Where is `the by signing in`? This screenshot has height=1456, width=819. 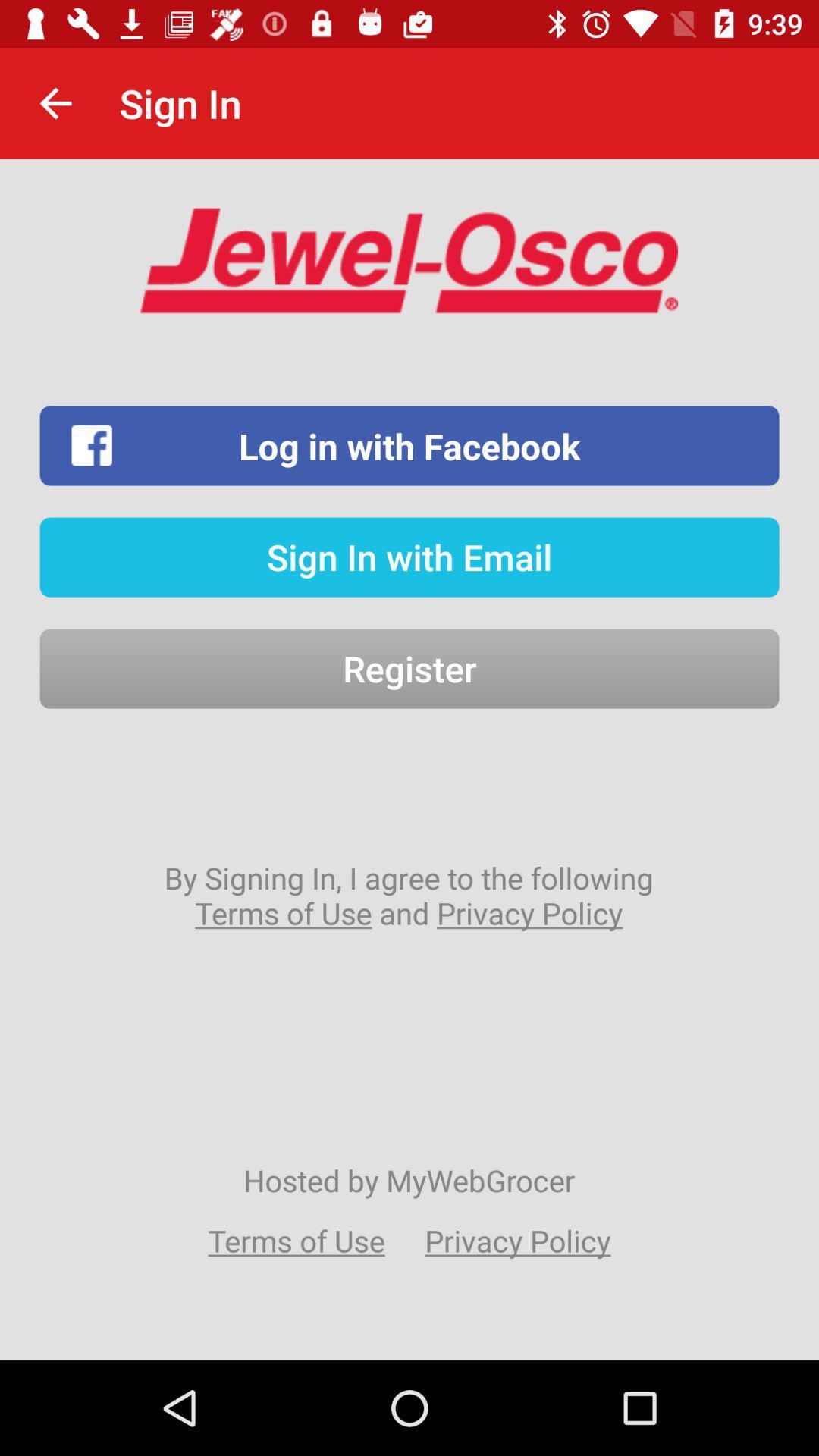
the by signing in is located at coordinates (408, 895).